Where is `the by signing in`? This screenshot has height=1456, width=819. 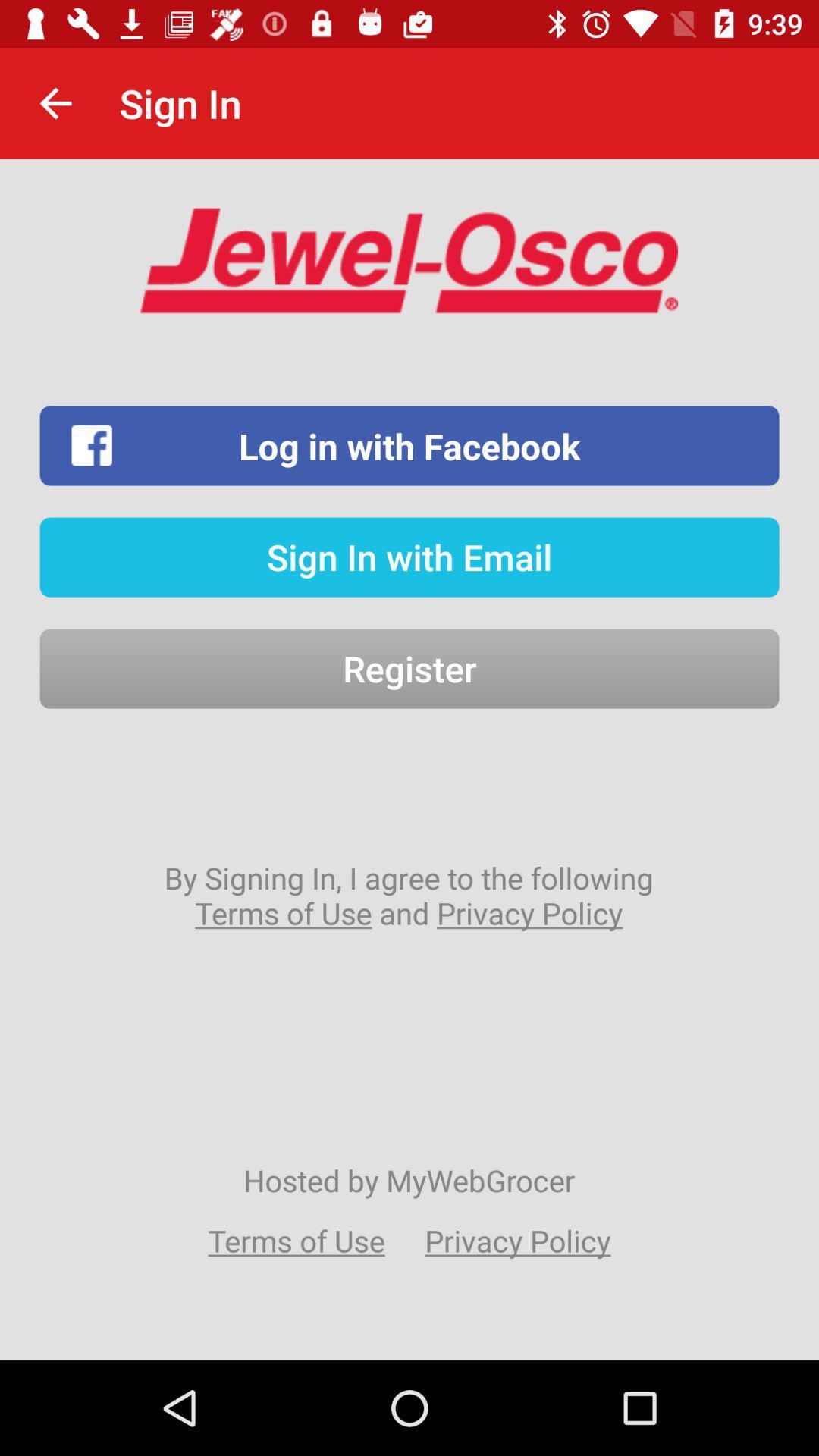
the by signing in is located at coordinates (408, 895).